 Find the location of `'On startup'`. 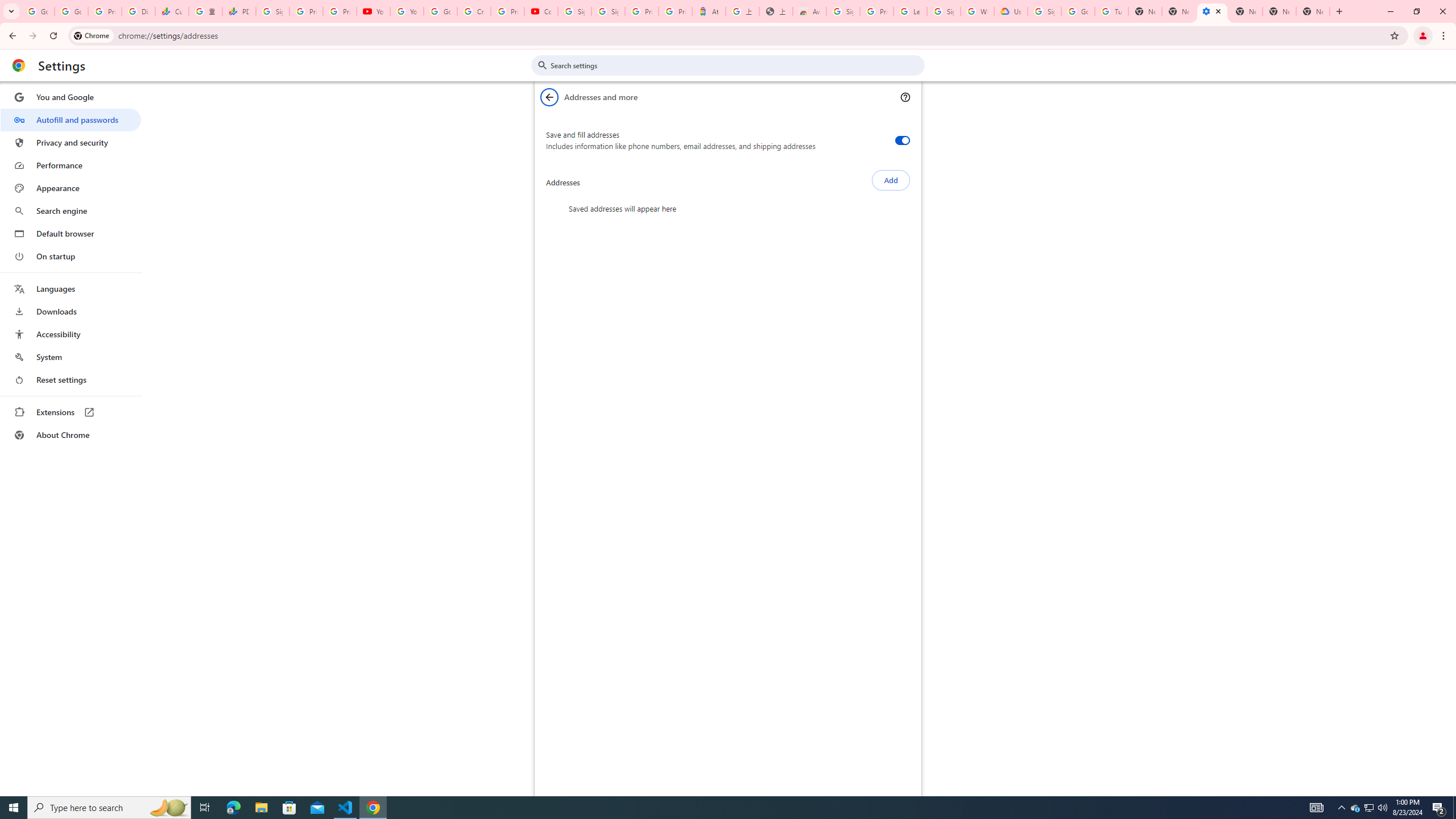

'On startup' is located at coordinates (70, 255).